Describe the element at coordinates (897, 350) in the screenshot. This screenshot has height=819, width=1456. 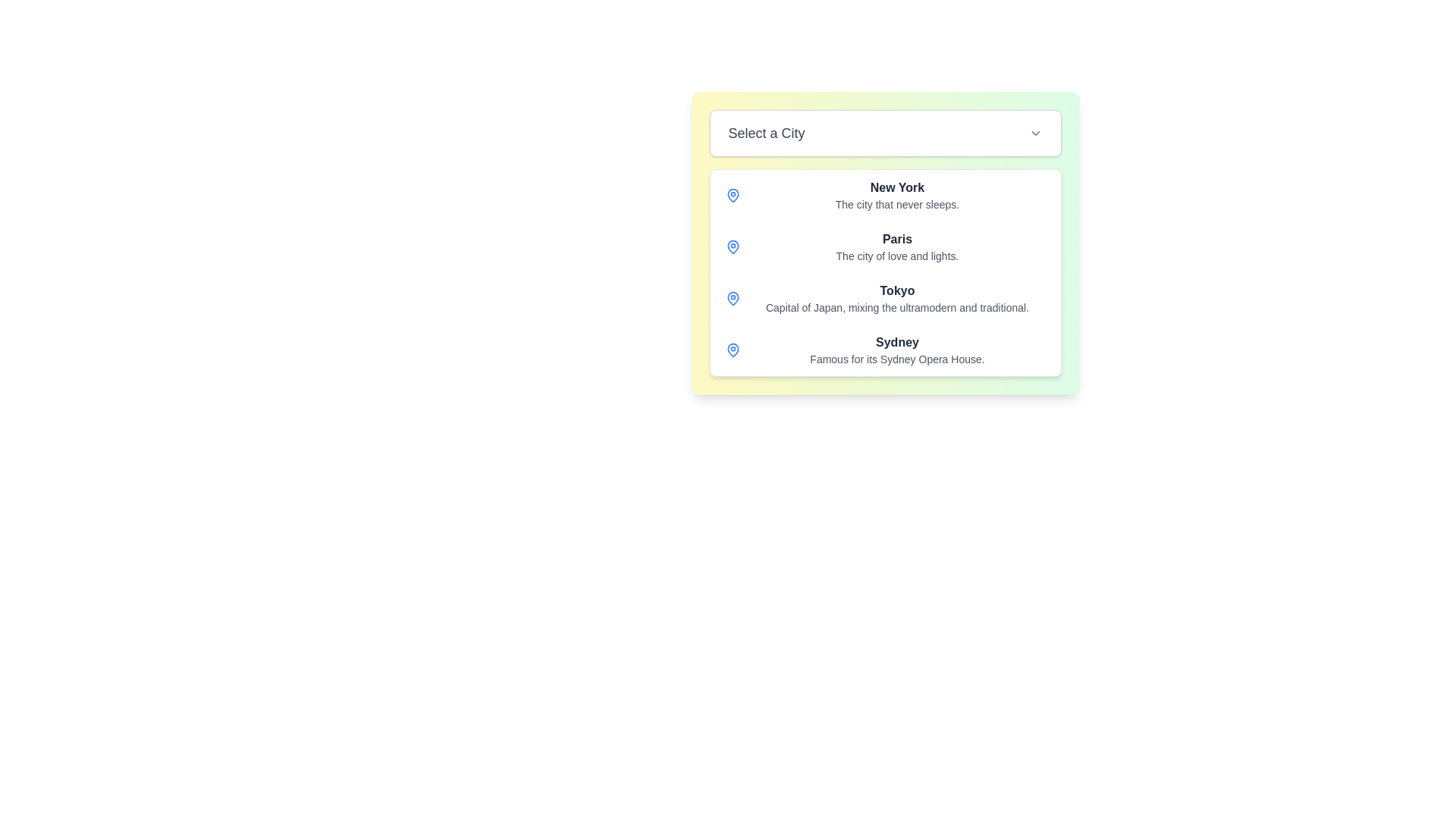
I see `the last item in the city-selection dropdown menu that represents 'Sydney'` at that location.